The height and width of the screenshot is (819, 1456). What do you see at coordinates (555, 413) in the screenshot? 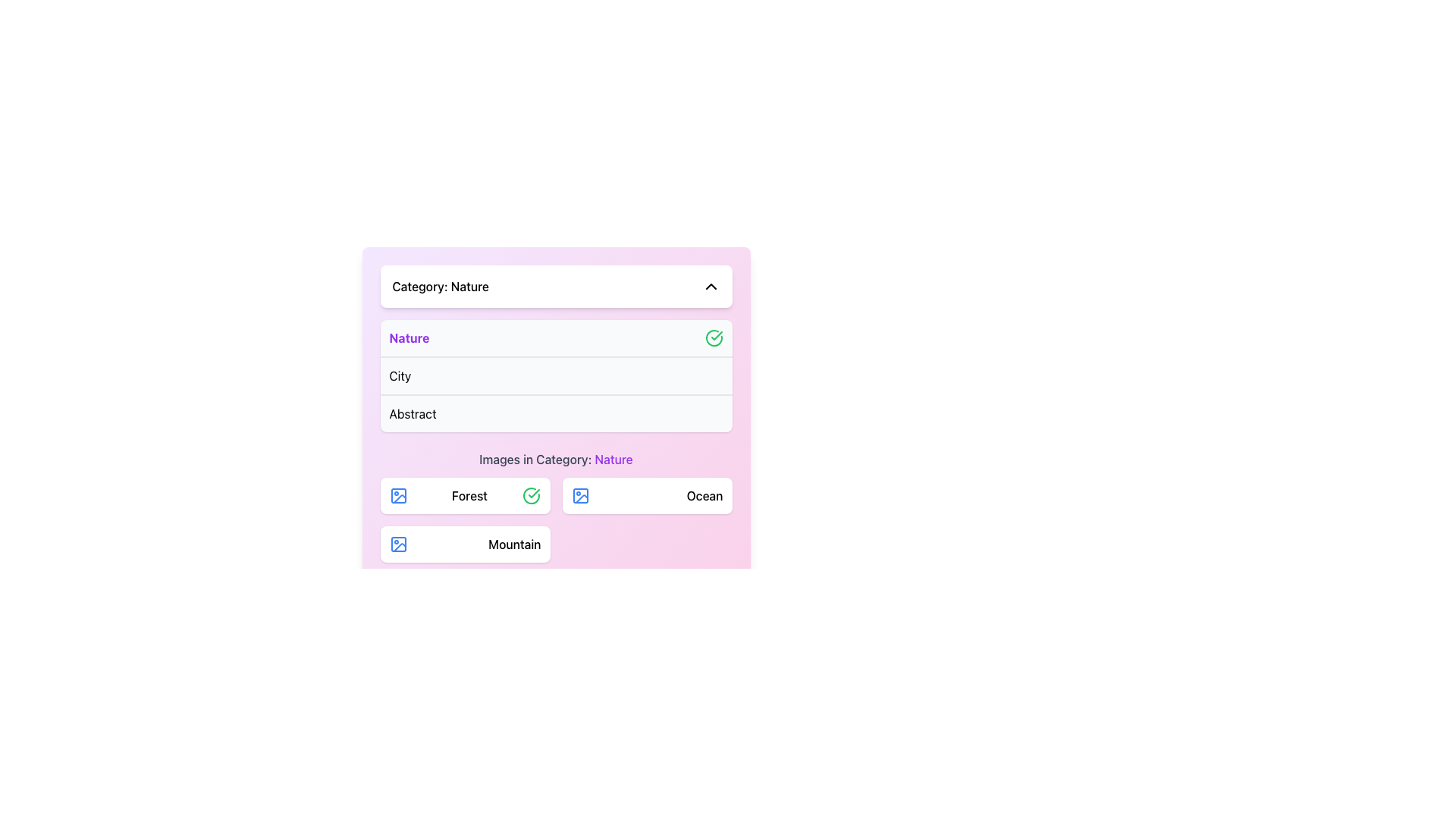
I see `the third item in the categorized list or menu` at bounding box center [555, 413].